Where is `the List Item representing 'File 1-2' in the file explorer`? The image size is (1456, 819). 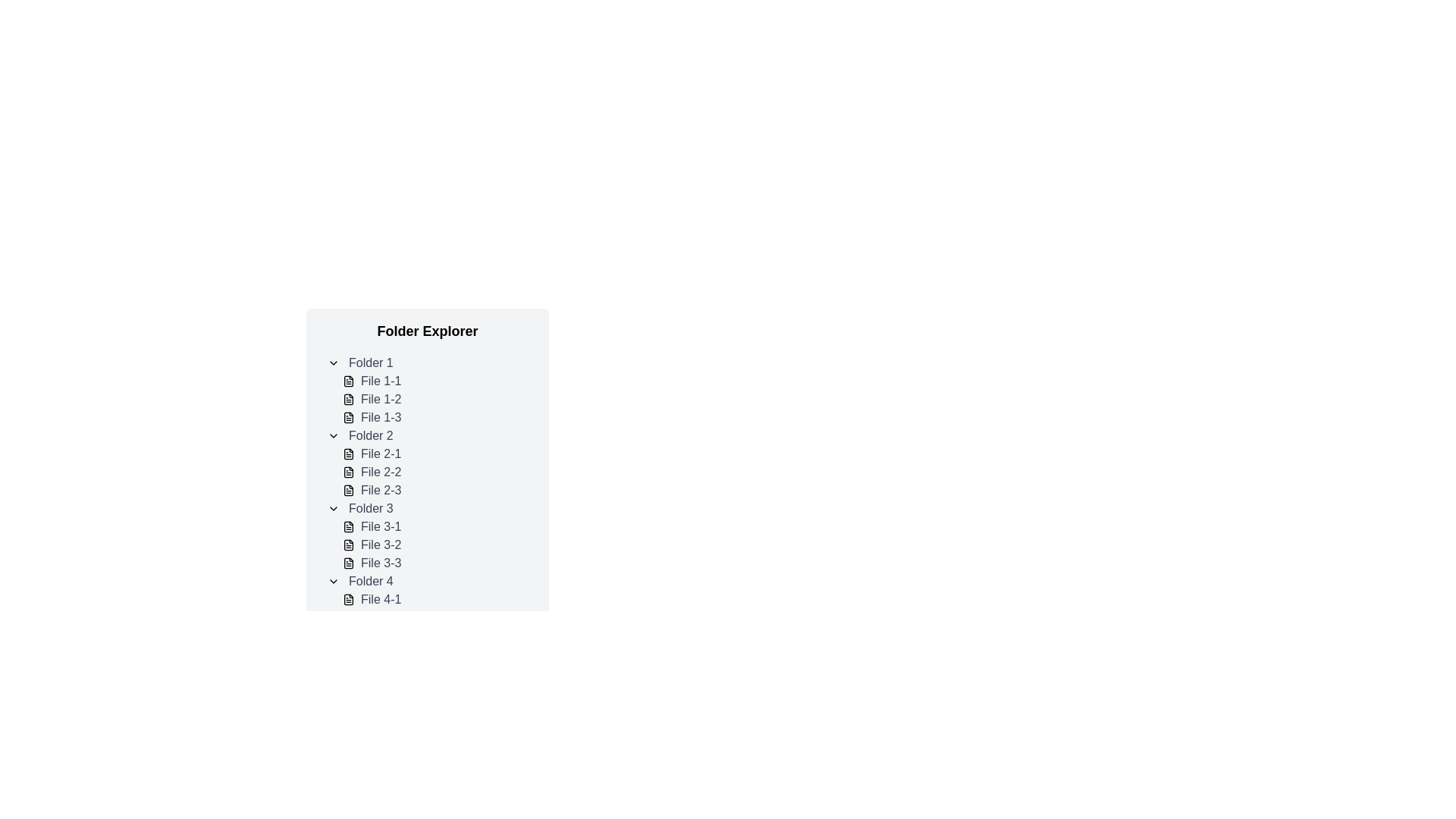
the List Item representing 'File 1-2' in the file explorer is located at coordinates (439, 399).